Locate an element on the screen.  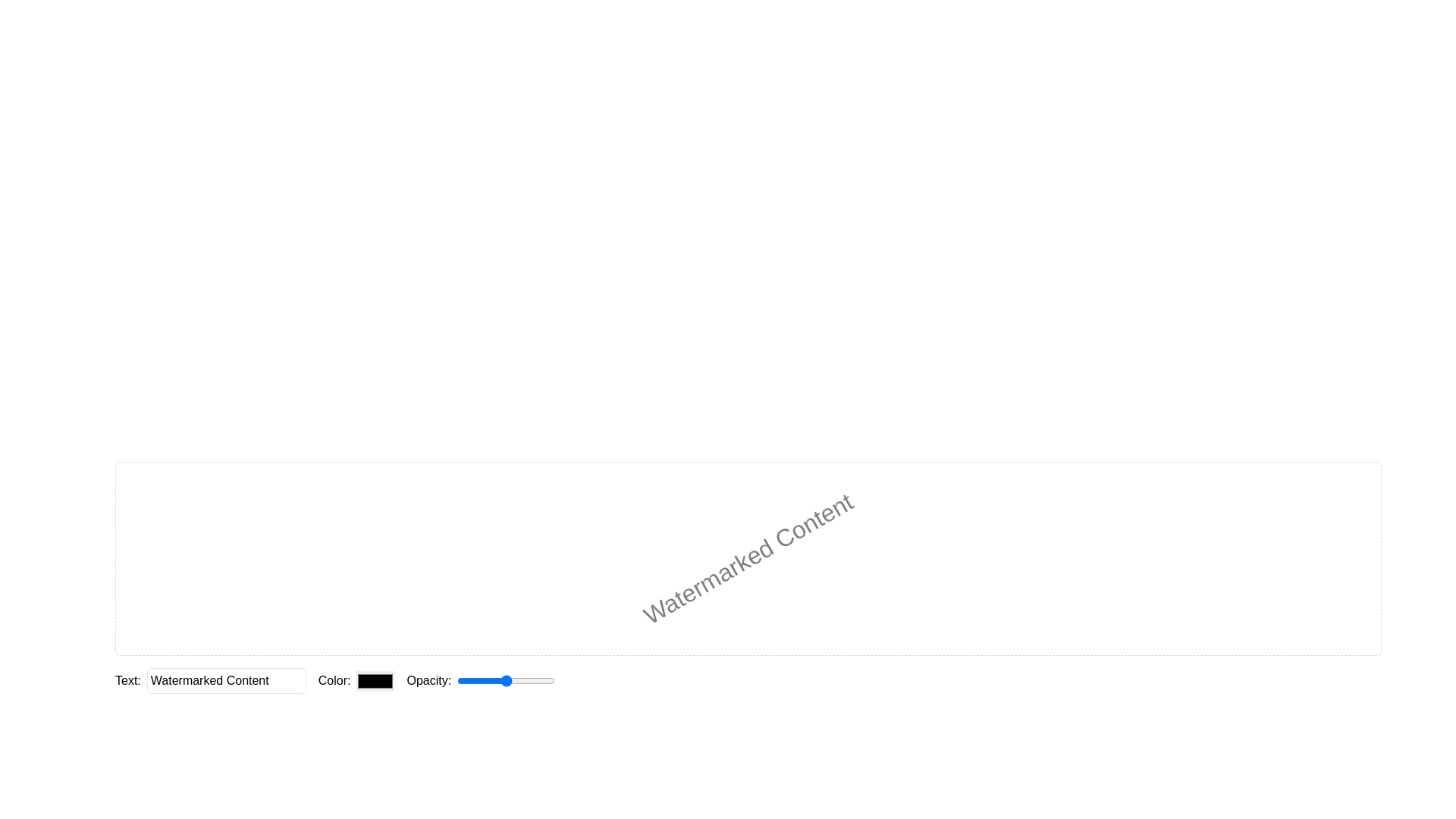
the opacity value is located at coordinates (457, 680).